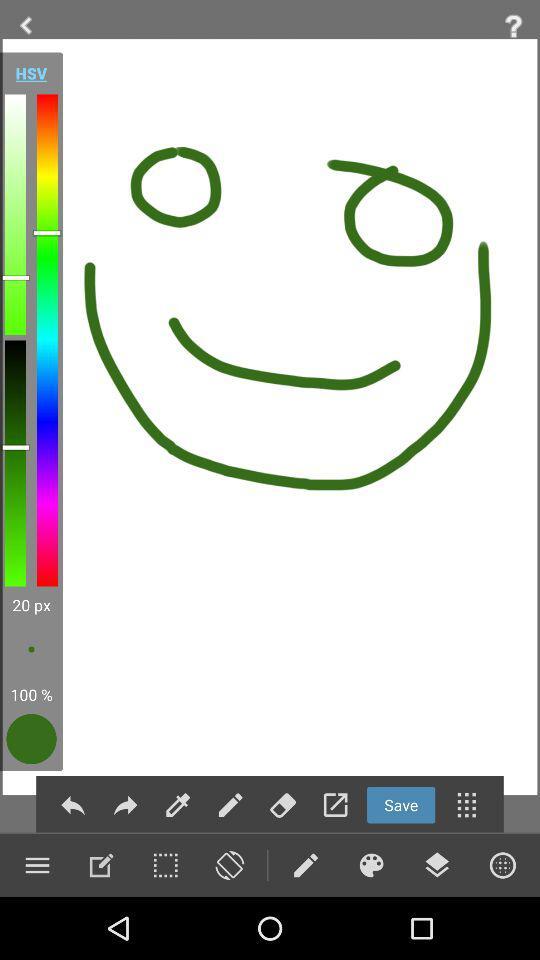 The width and height of the screenshot is (540, 960). What do you see at coordinates (370, 864) in the screenshot?
I see `painting` at bounding box center [370, 864].